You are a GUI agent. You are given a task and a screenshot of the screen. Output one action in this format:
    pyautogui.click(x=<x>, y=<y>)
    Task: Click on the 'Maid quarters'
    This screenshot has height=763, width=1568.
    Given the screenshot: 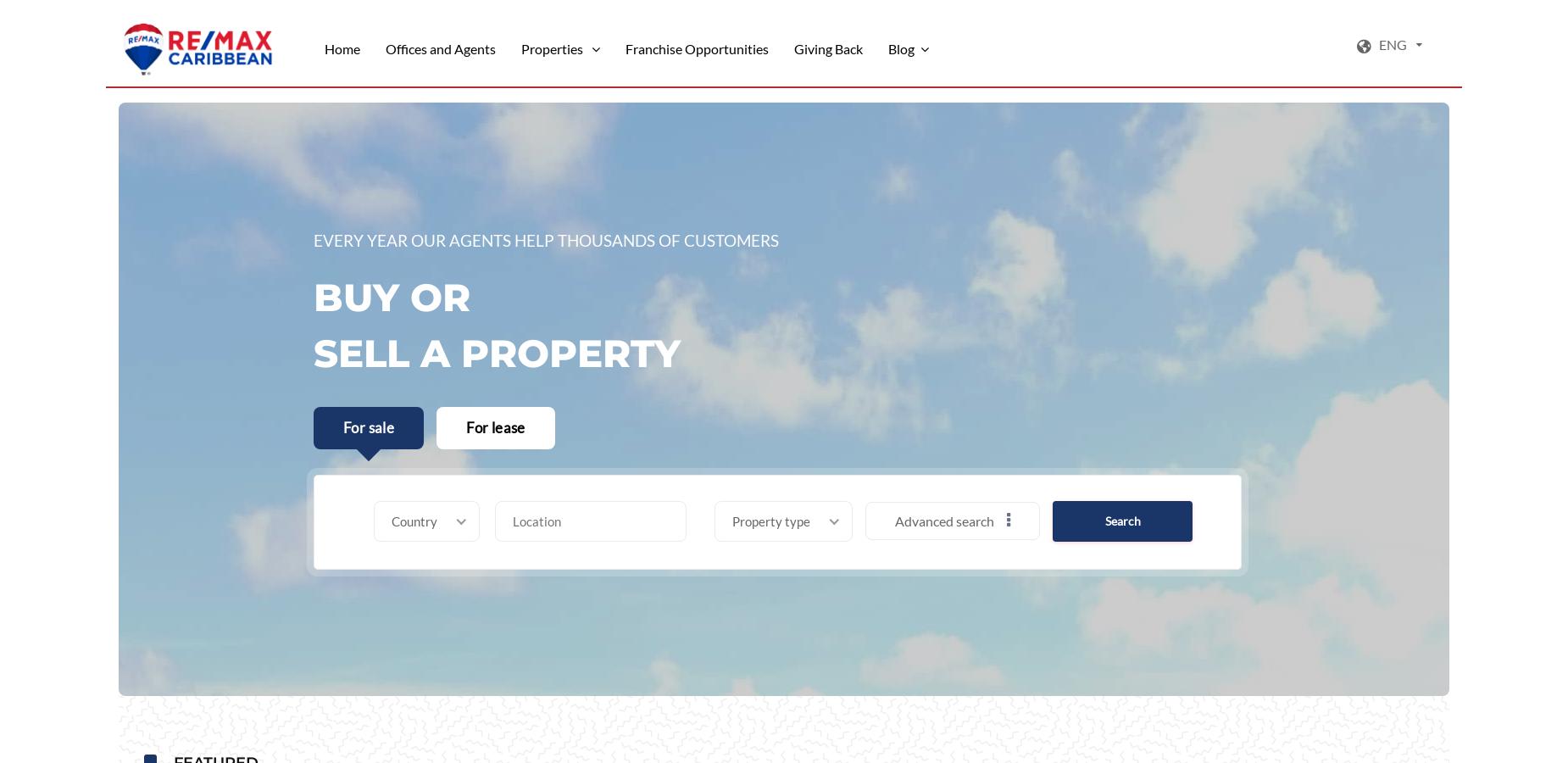 What is the action you would take?
    pyautogui.click(x=799, y=682)
    